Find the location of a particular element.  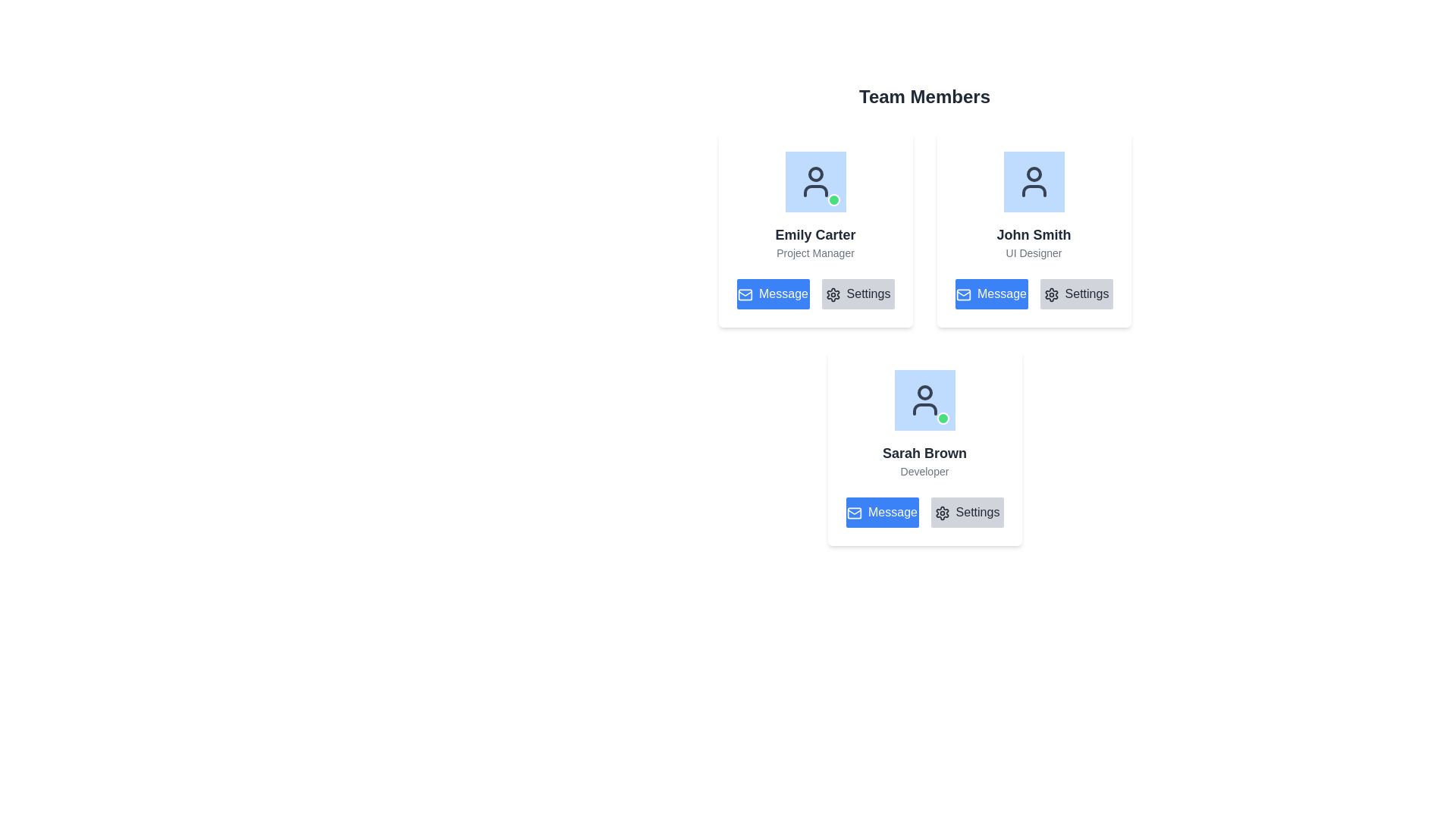

the circular avatar icon with a blue background featuring a human silhouette, located in the profile card of 'Emily Carter', above the text 'Emily Carter' and 'Project Manager' is located at coordinates (814, 180).